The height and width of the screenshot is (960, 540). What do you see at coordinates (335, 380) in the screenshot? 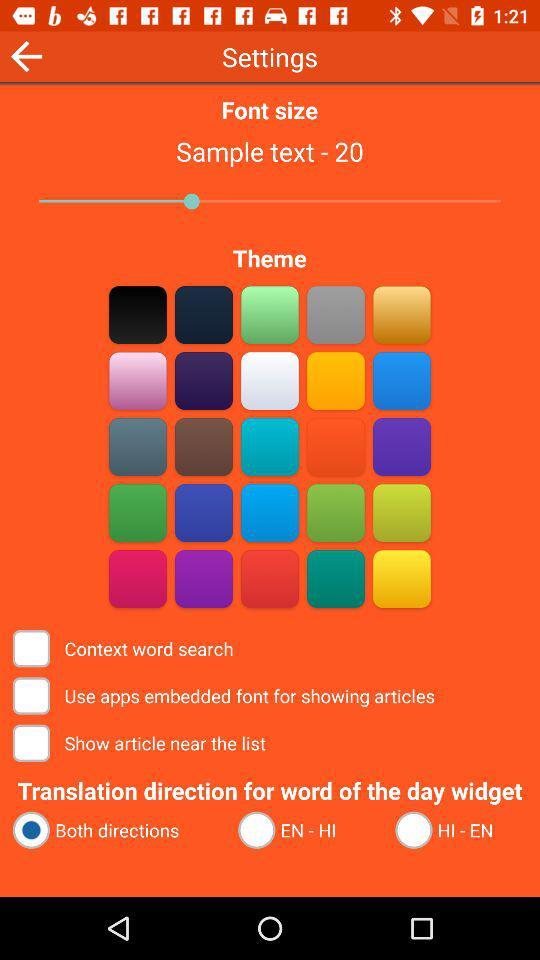
I see `yellow` at bounding box center [335, 380].